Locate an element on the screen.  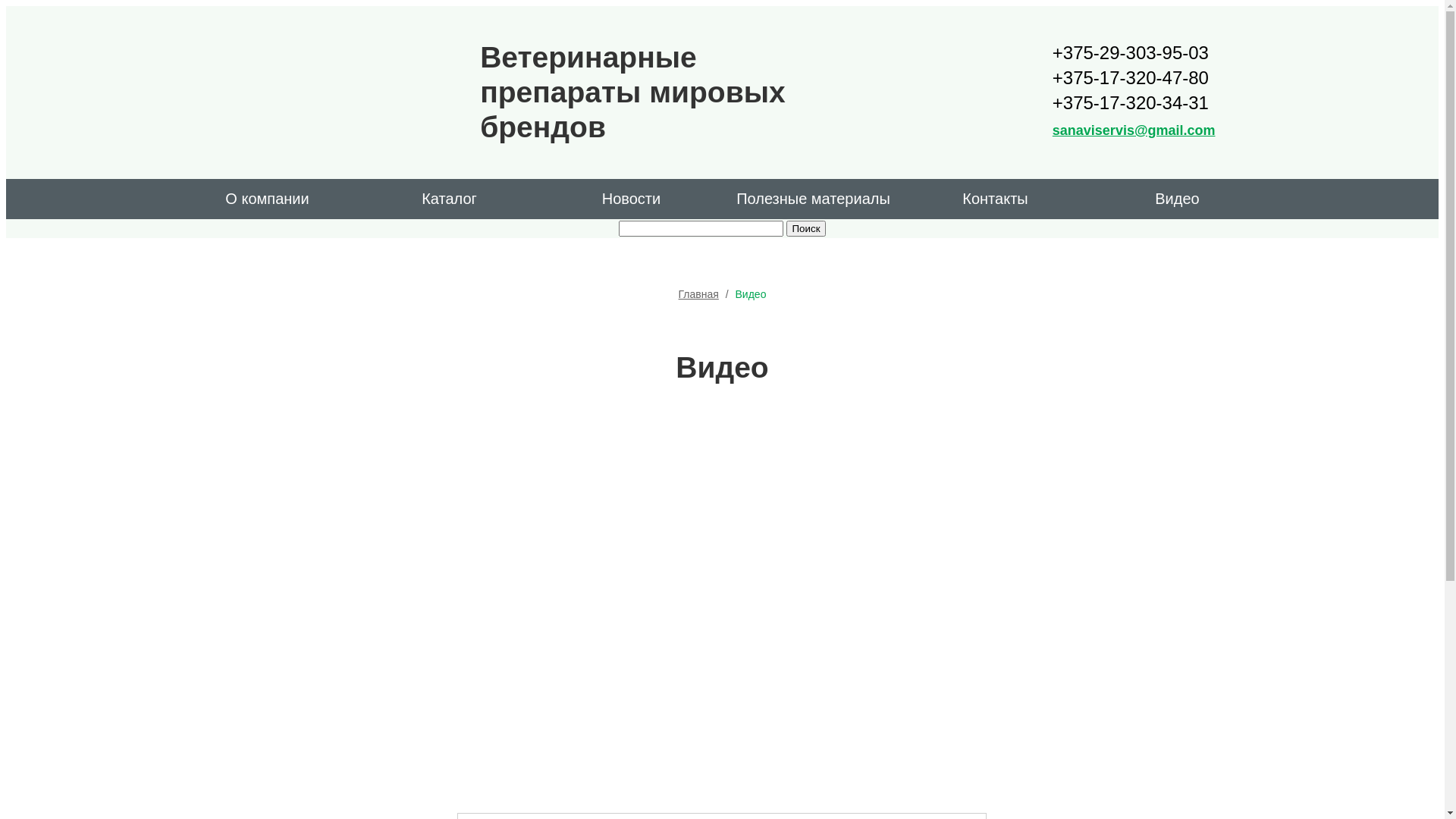
'+375-17-320-47-80' is located at coordinates (1134, 77).